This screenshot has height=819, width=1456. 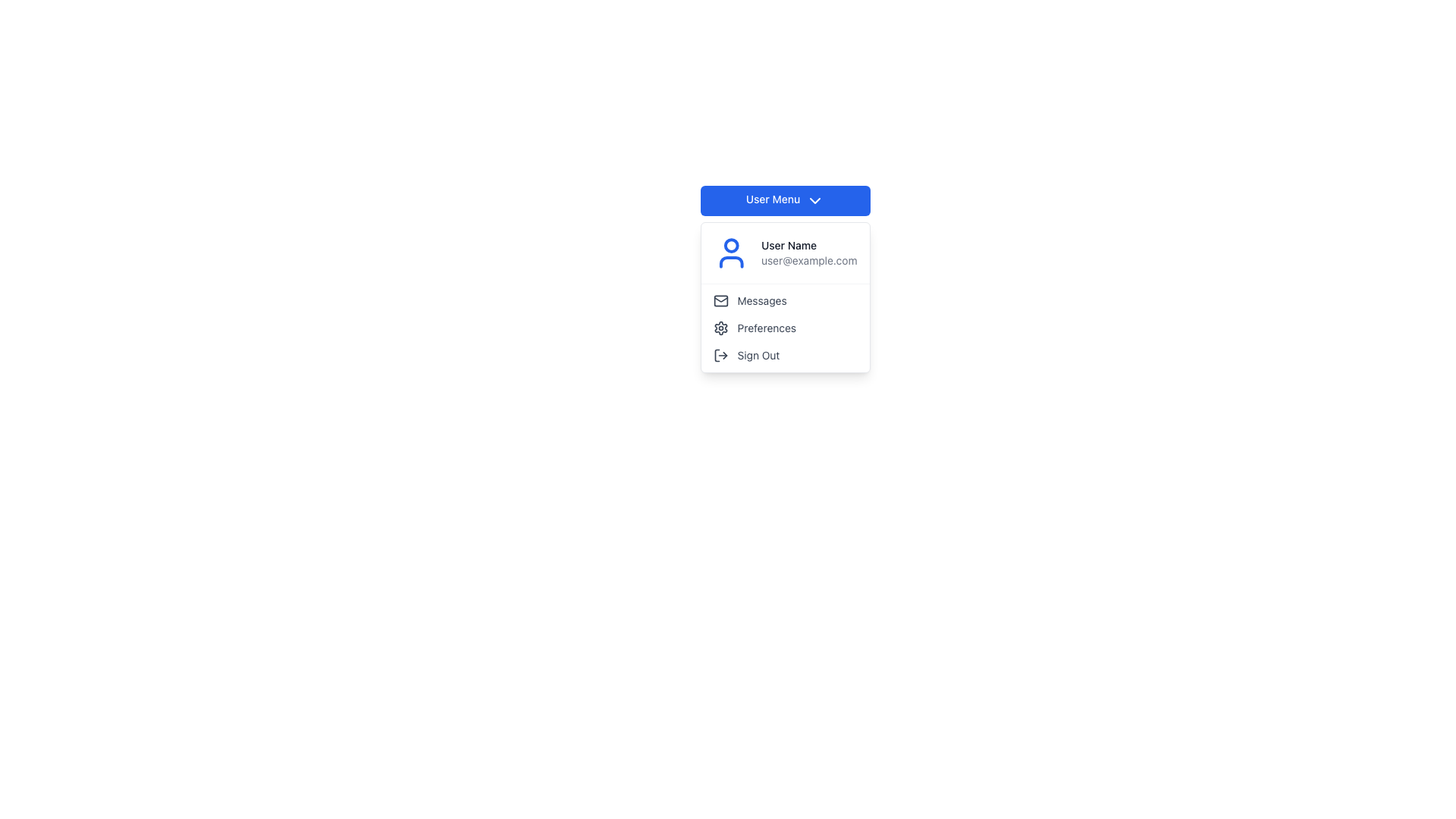 What do you see at coordinates (814, 200) in the screenshot?
I see `the downward-pointing chevron icon located to the right of the 'User Menu' text` at bounding box center [814, 200].